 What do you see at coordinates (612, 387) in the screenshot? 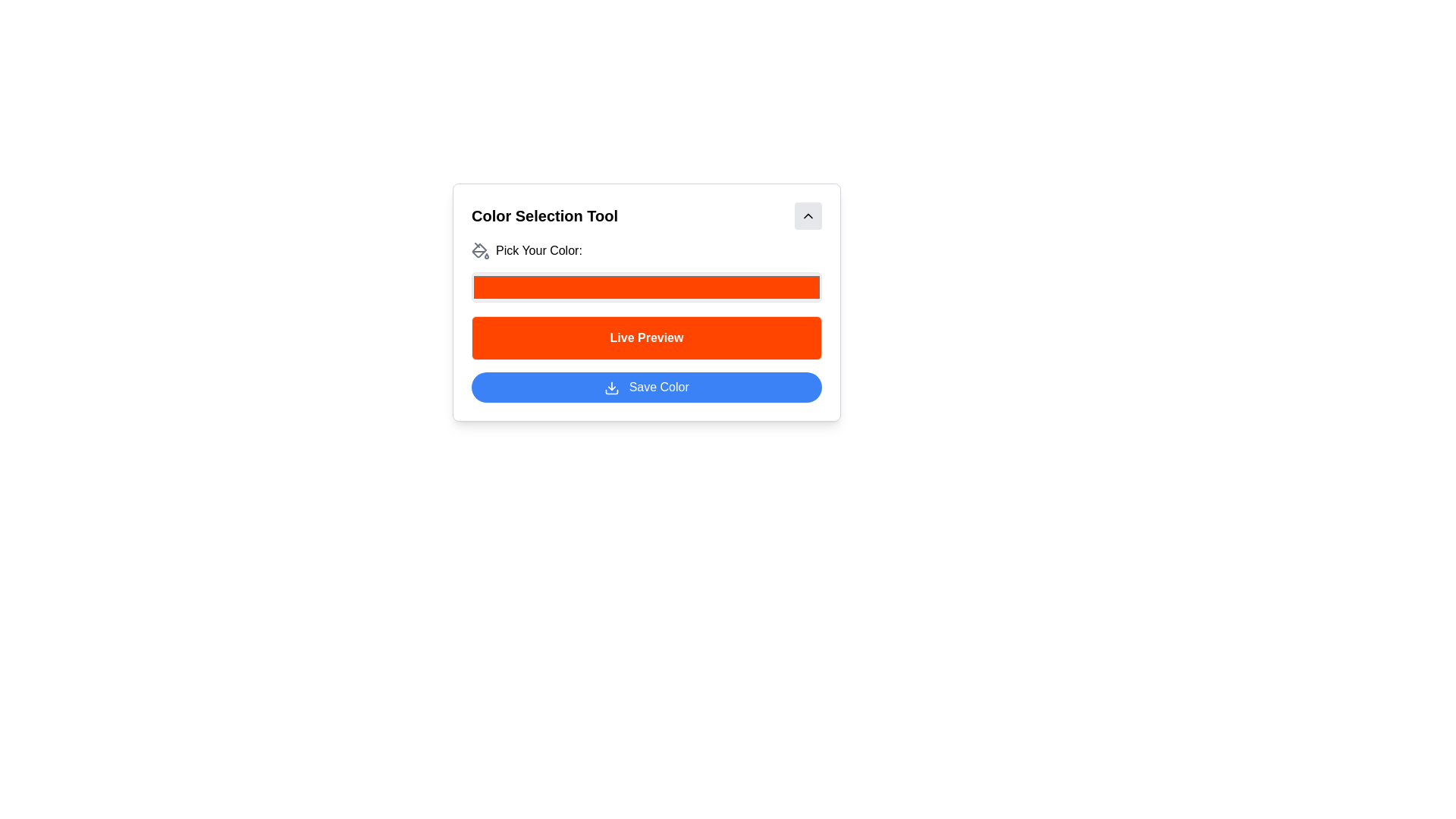
I see `the 'Save Color' icon, which is the download icon located on the left side of the 'Save Color' button at the bottom of the card` at bounding box center [612, 387].